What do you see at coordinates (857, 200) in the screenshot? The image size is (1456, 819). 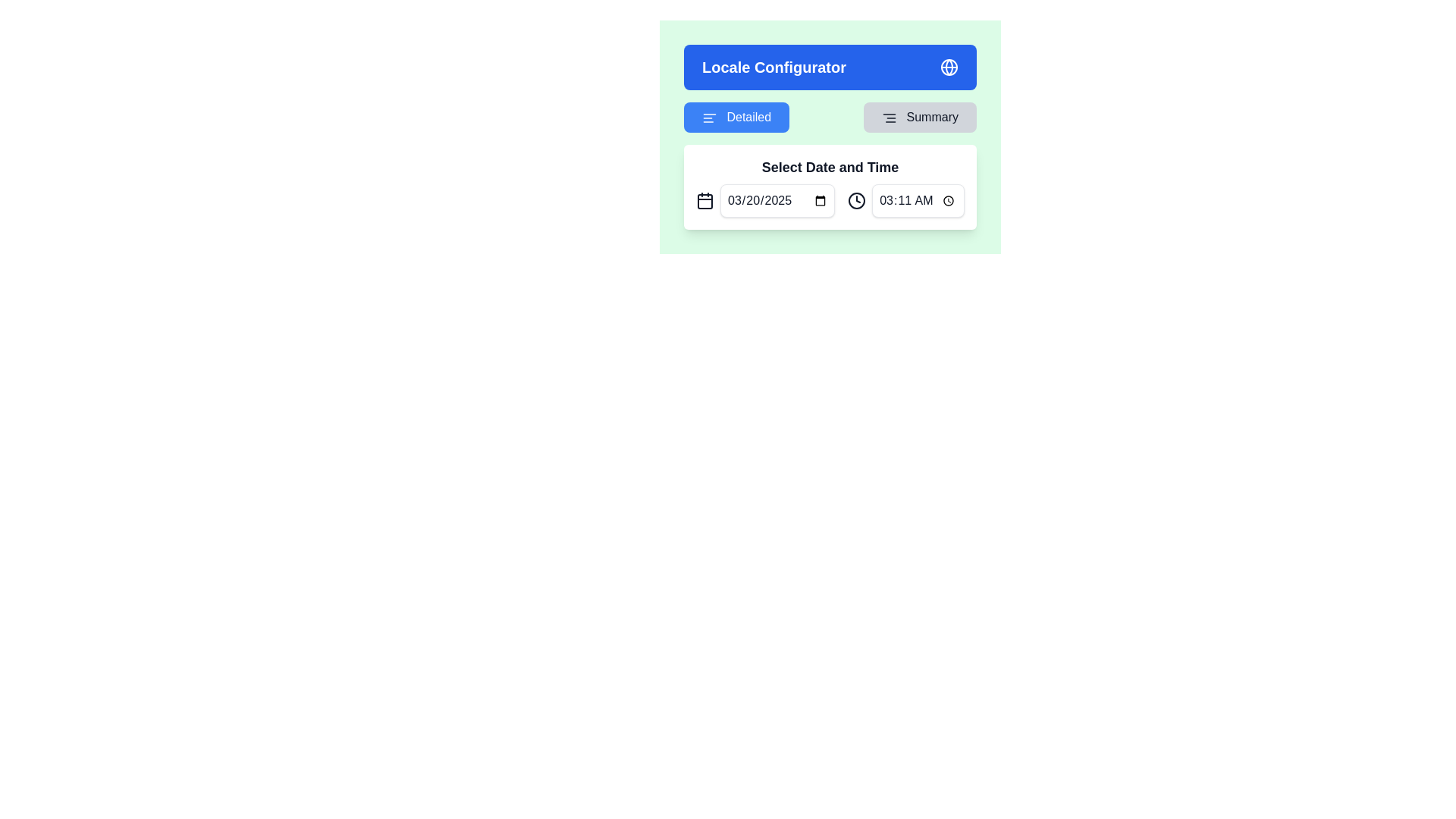 I see `the circular graphical clock icon with a black outline and details, located directly left of the time input field in the 'Select Date and Time' section` at bounding box center [857, 200].